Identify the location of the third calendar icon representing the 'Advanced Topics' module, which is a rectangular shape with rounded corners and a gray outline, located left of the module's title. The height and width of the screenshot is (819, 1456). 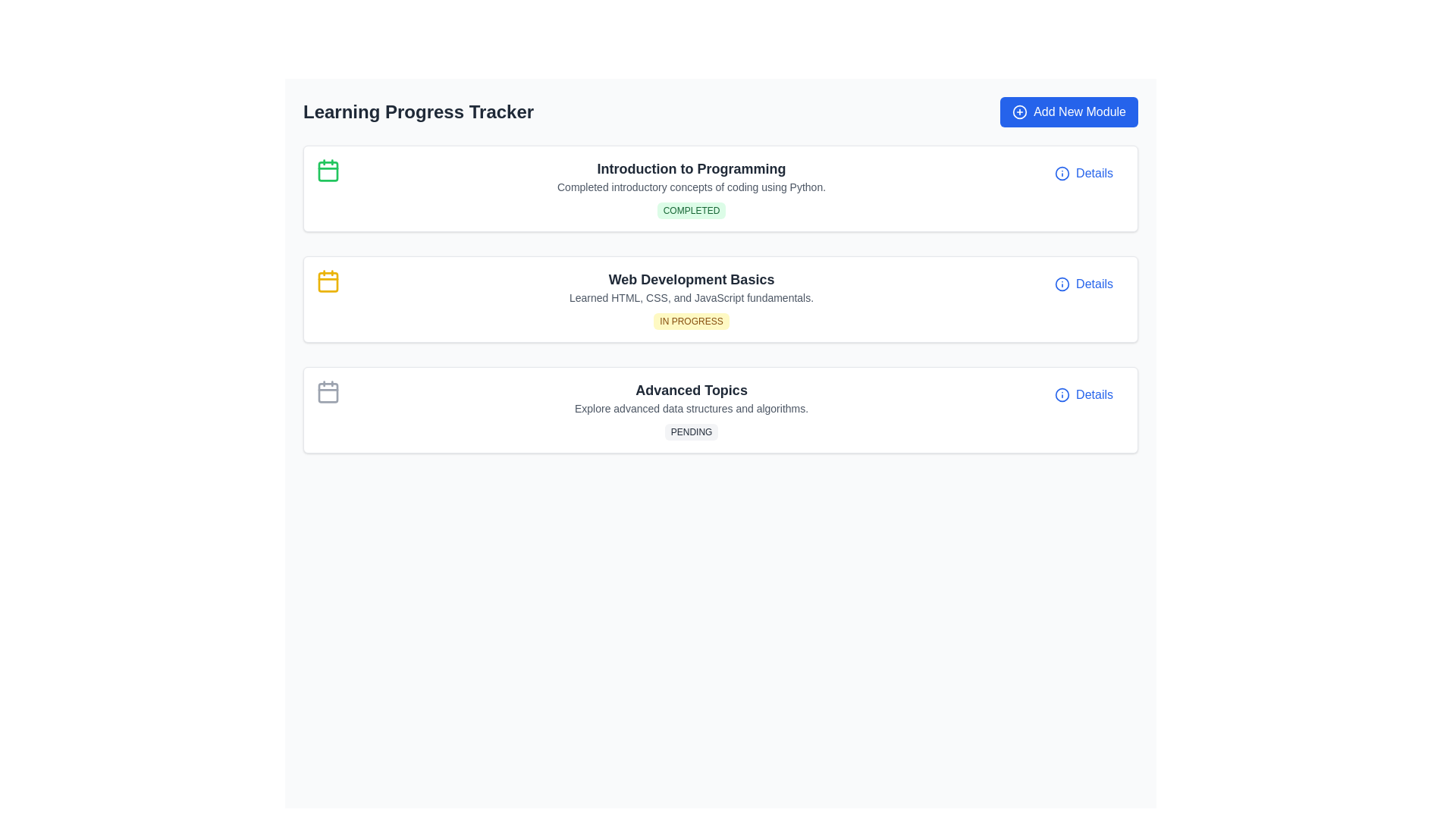
(327, 391).